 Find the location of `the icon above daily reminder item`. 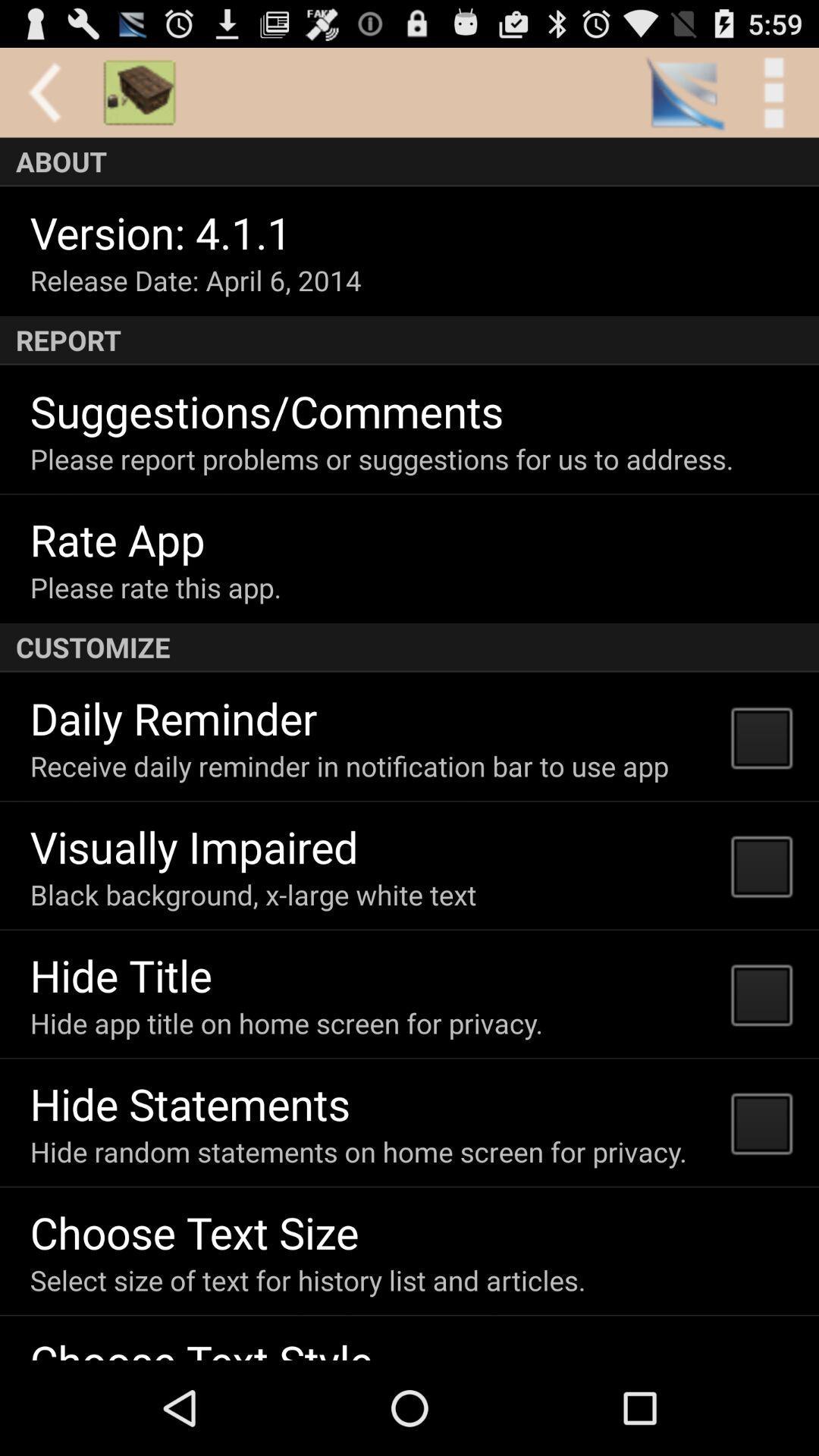

the icon above daily reminder item is located at coordinates (409, 648).